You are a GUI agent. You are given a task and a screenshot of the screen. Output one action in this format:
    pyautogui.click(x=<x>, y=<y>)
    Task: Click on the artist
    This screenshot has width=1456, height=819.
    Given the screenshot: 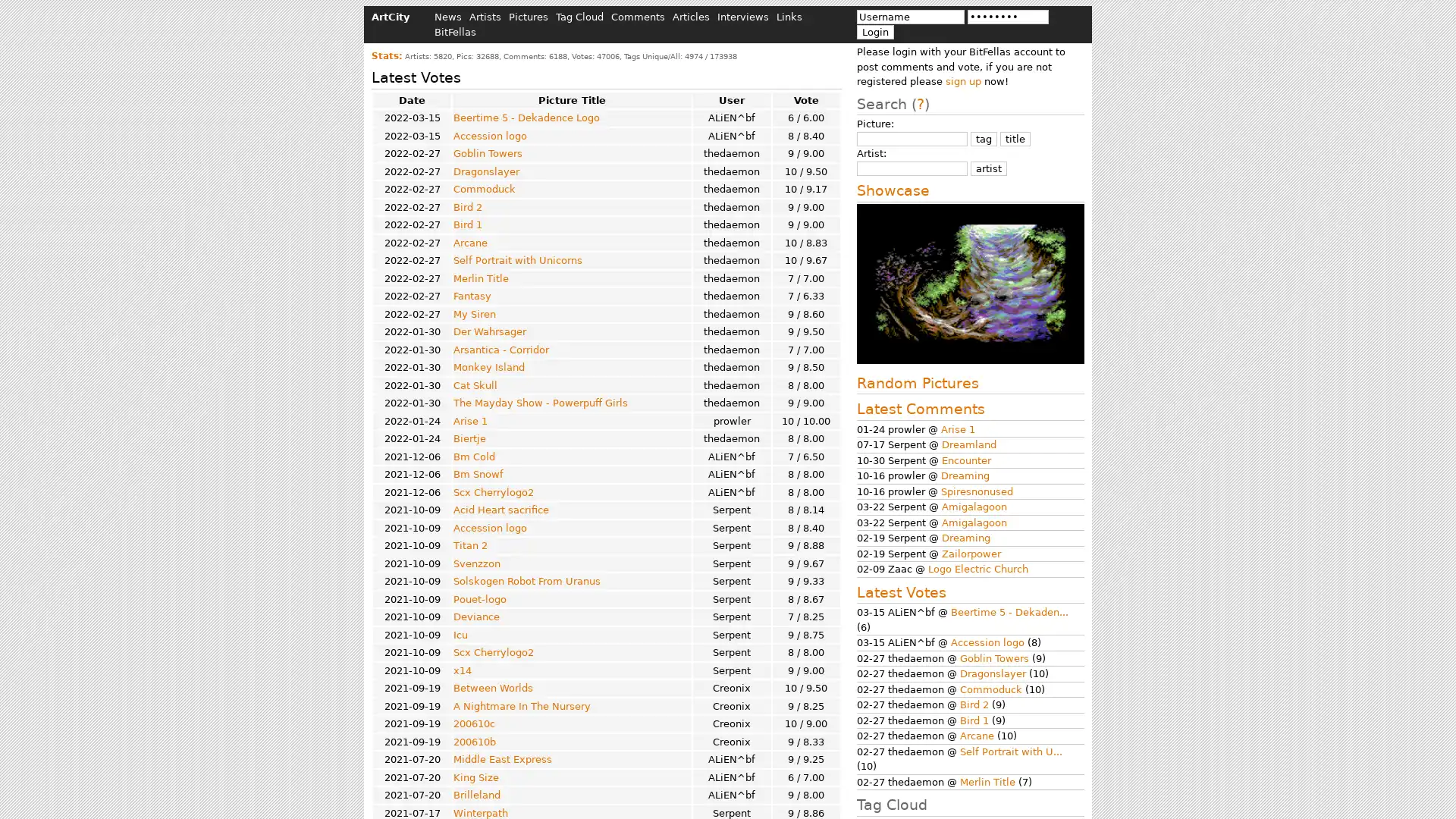 What is the action you would take?
    pyautogui.click(x=989, y=168)
    